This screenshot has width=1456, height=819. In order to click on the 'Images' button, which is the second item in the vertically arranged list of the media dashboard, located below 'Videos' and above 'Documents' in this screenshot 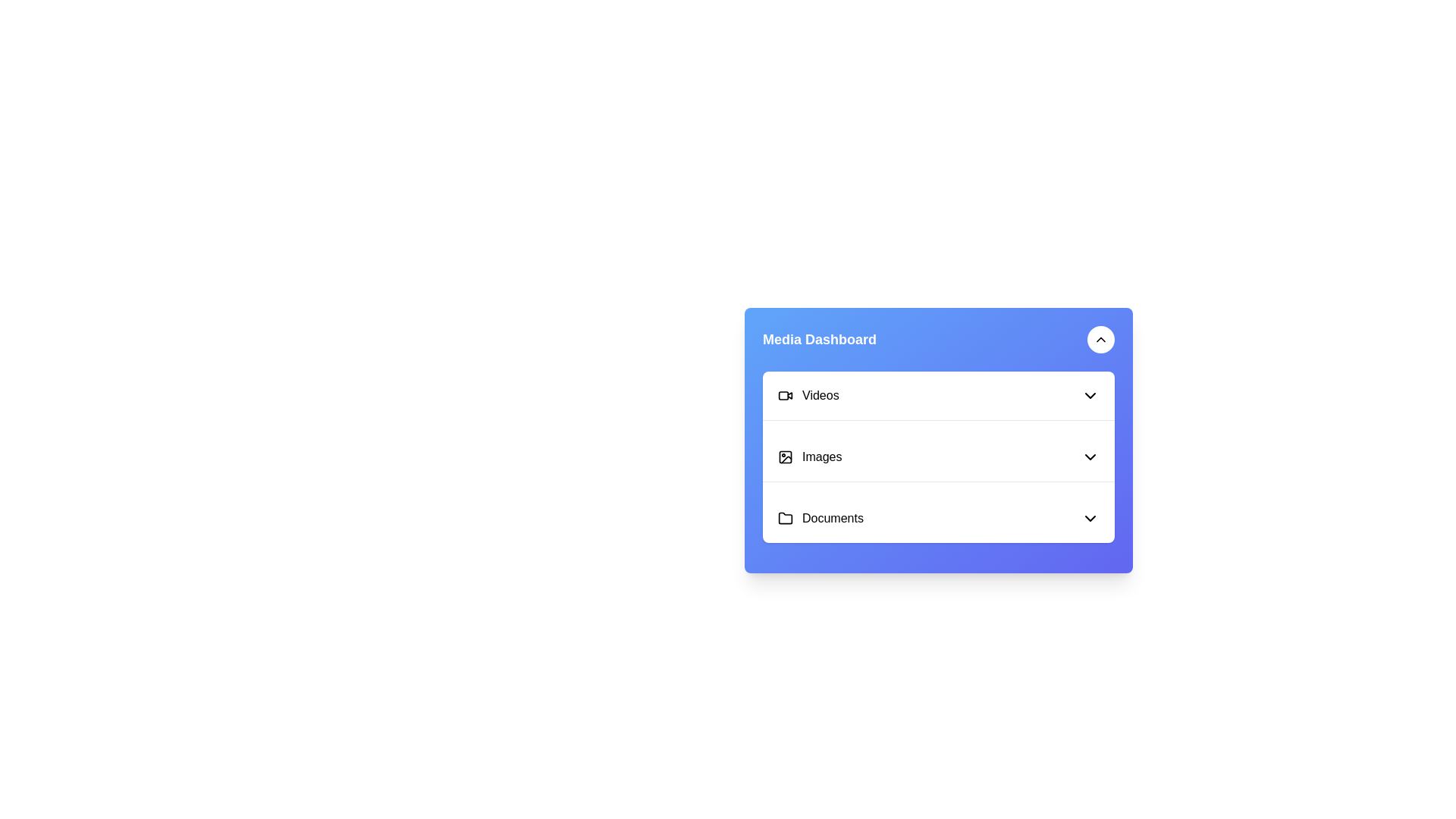, I will do `click(938, 457)`.